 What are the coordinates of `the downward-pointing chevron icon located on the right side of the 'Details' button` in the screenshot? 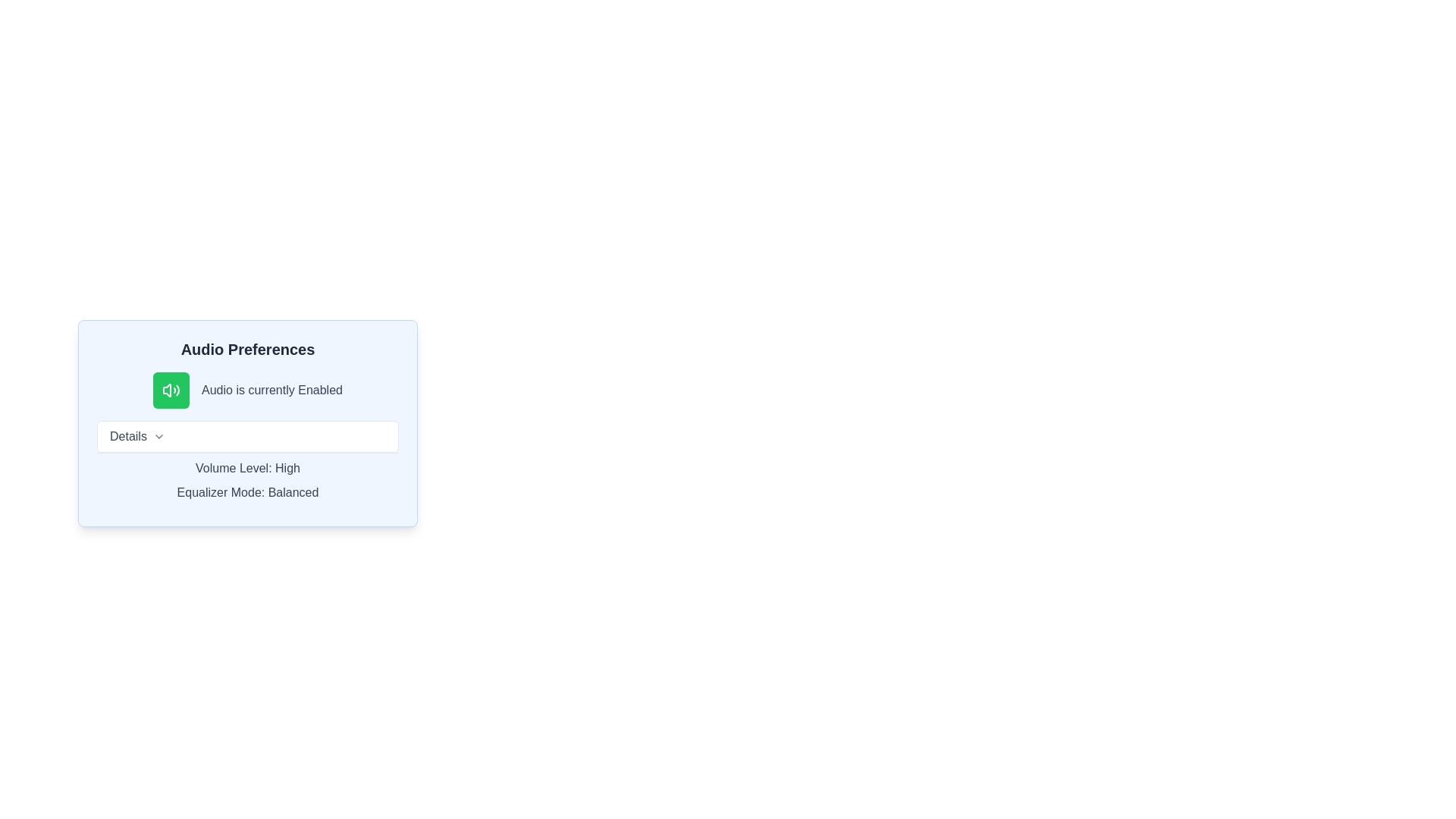 It's located at (158, 436).